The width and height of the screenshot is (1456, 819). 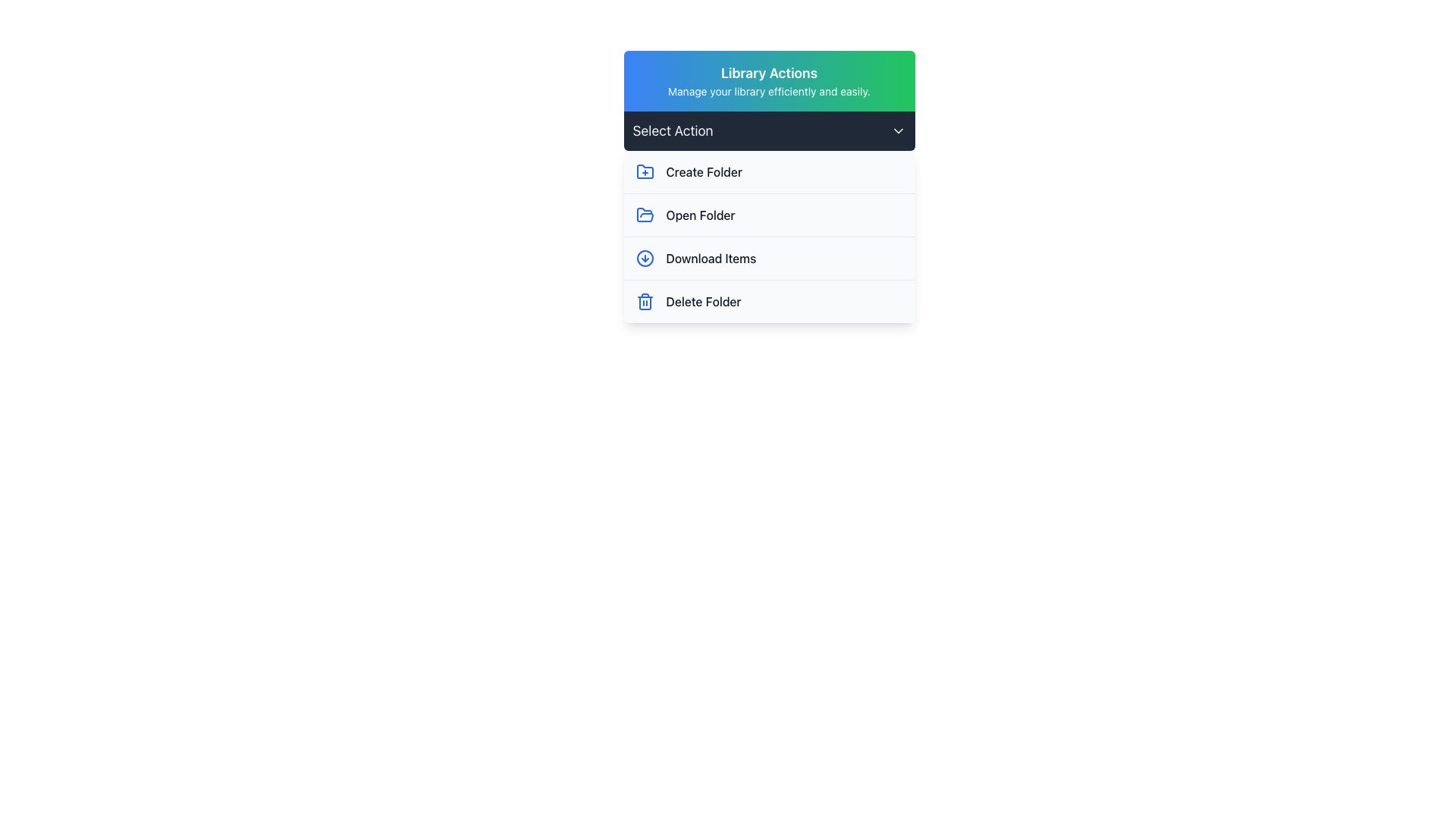 What do you see at coordinates (672, 130) in the screenshot?
I see `the prominently styled text label 'Select Action' which is displayed in white against a dark background, located at the top-left corner of the interface, to the left of the chevron-down icon` at bounding box center [672, 130].